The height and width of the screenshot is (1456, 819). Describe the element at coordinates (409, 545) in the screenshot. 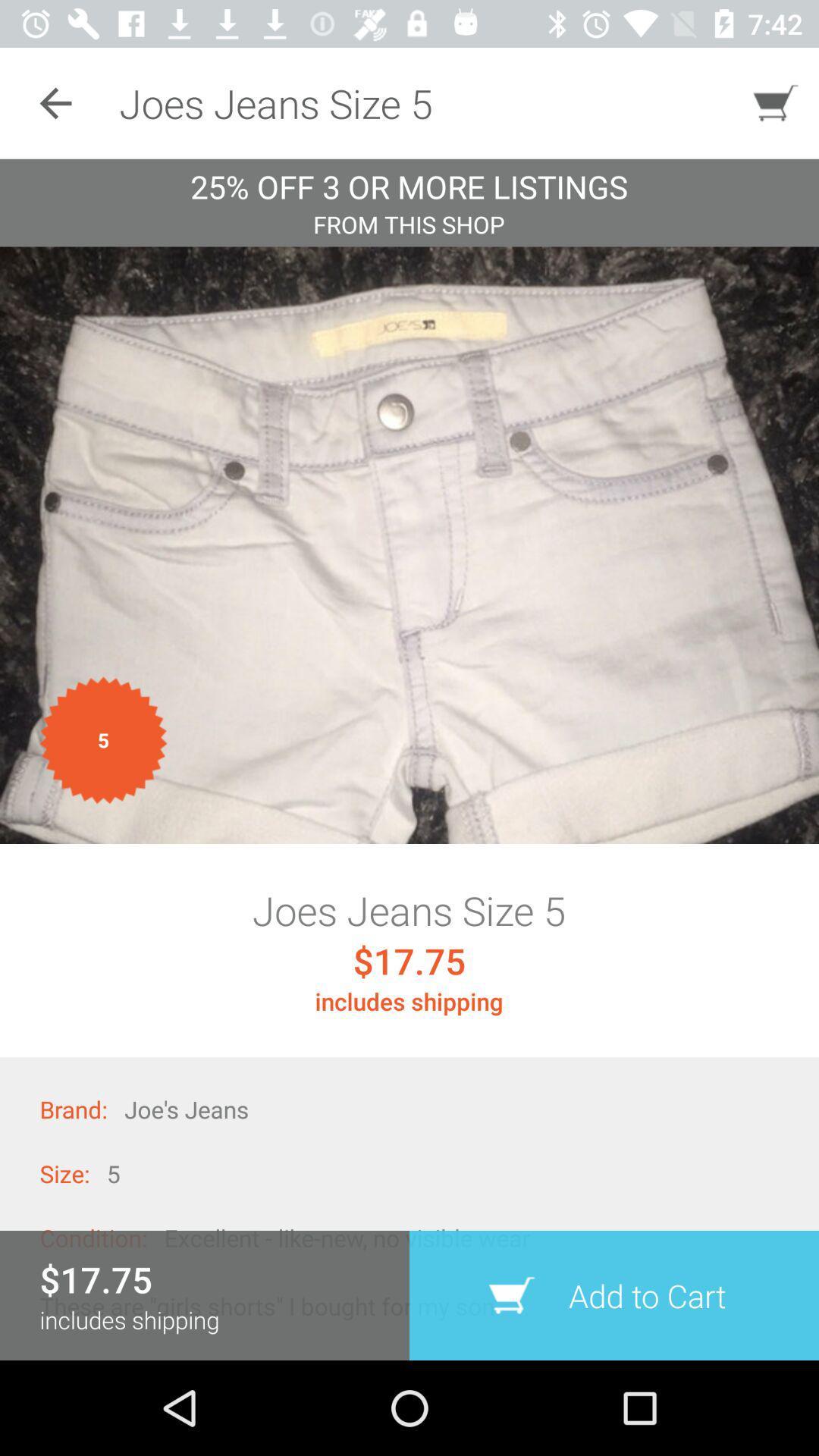

I see `picture see detail` at that location.